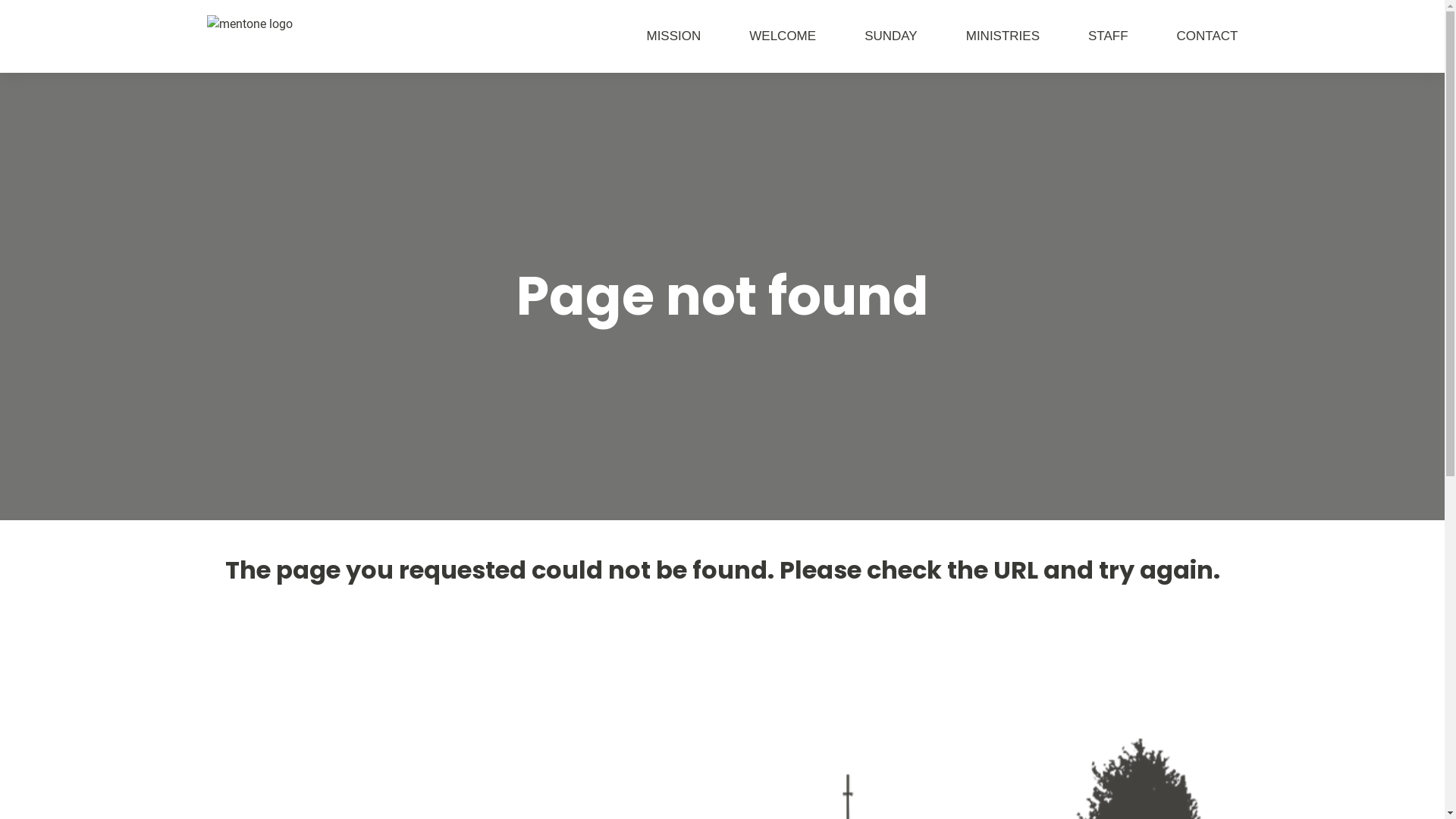 This screenshot has width=1456, height=819. I want to click on 'SUNDAY', so click(866, 35).